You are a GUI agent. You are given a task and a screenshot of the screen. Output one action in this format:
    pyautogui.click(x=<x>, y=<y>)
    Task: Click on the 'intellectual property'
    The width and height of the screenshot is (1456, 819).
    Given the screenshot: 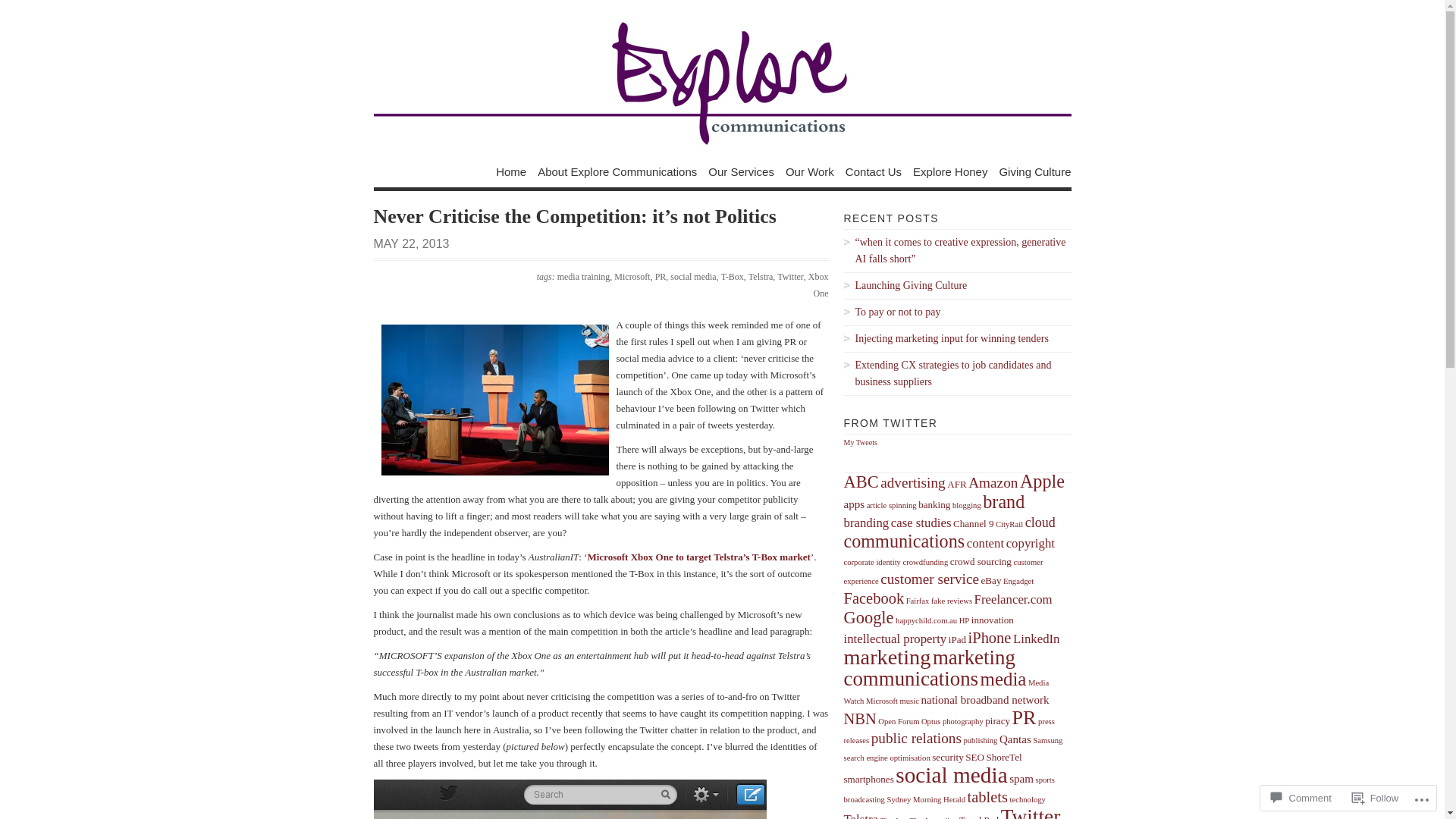 What is the action you would take?
    pyautogui.click(x=895, y=639)
    